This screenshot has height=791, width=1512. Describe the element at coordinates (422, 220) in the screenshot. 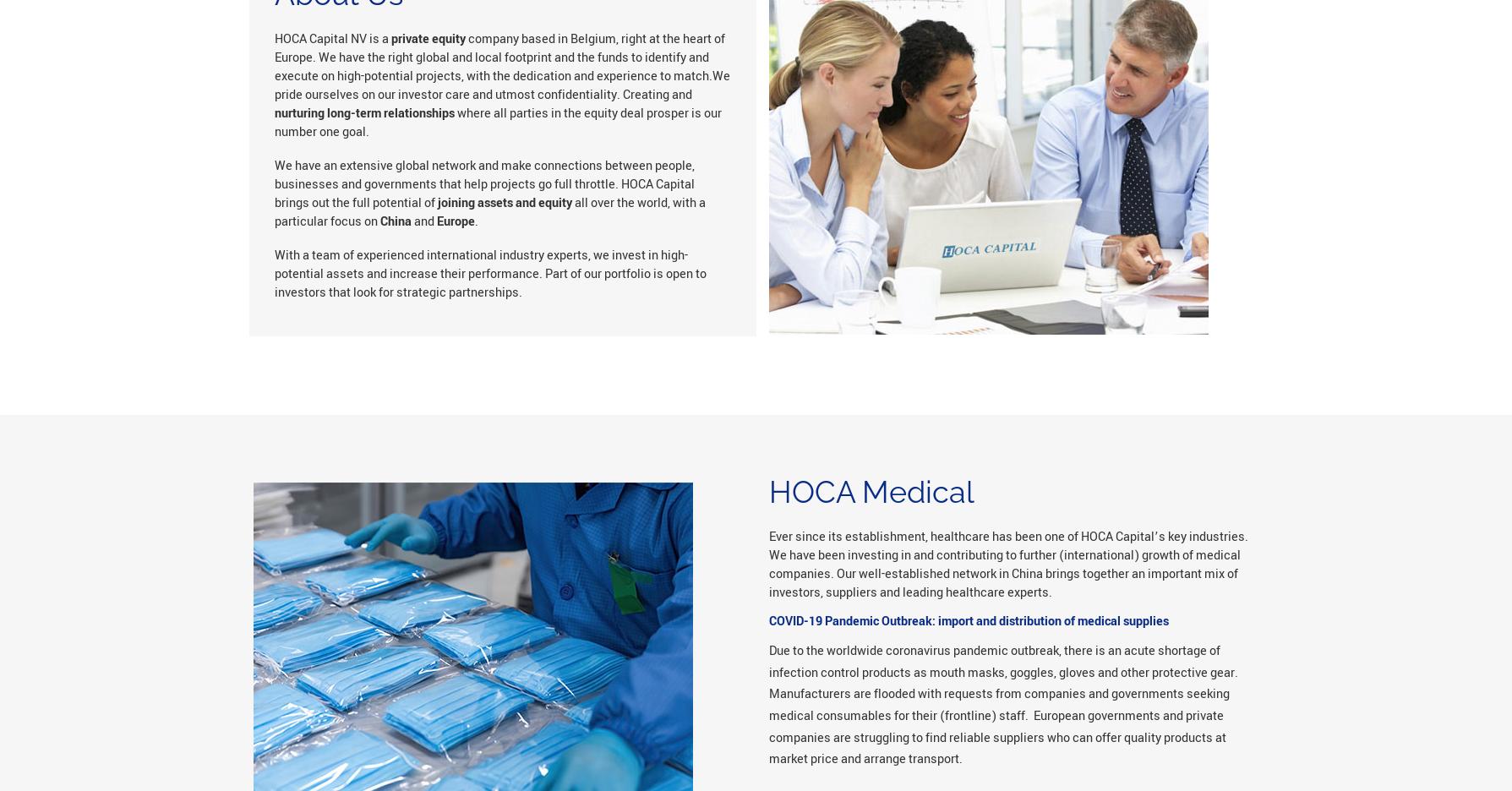

I see `'and'` at that location.